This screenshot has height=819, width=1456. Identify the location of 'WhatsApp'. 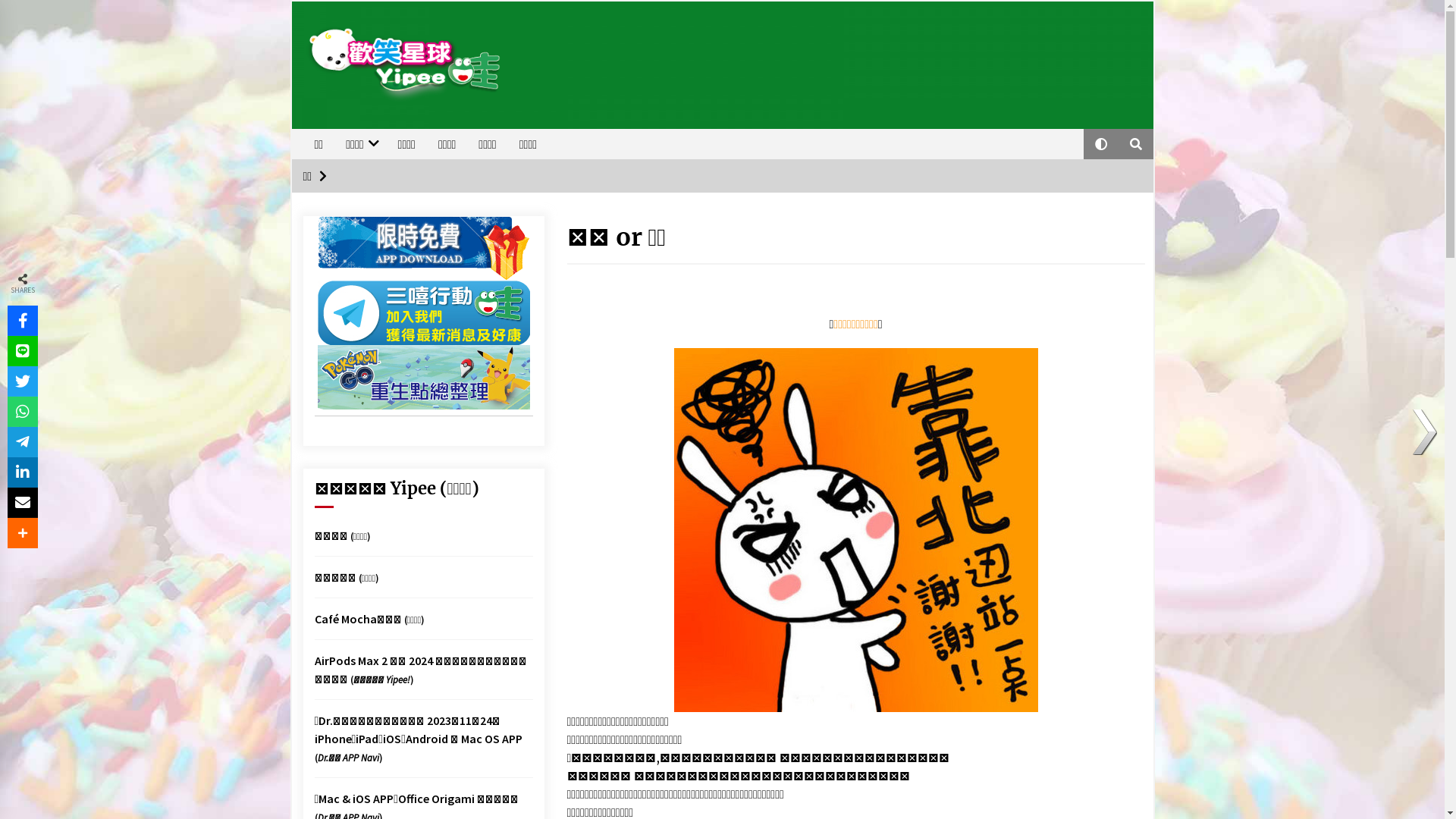
(22, 412).